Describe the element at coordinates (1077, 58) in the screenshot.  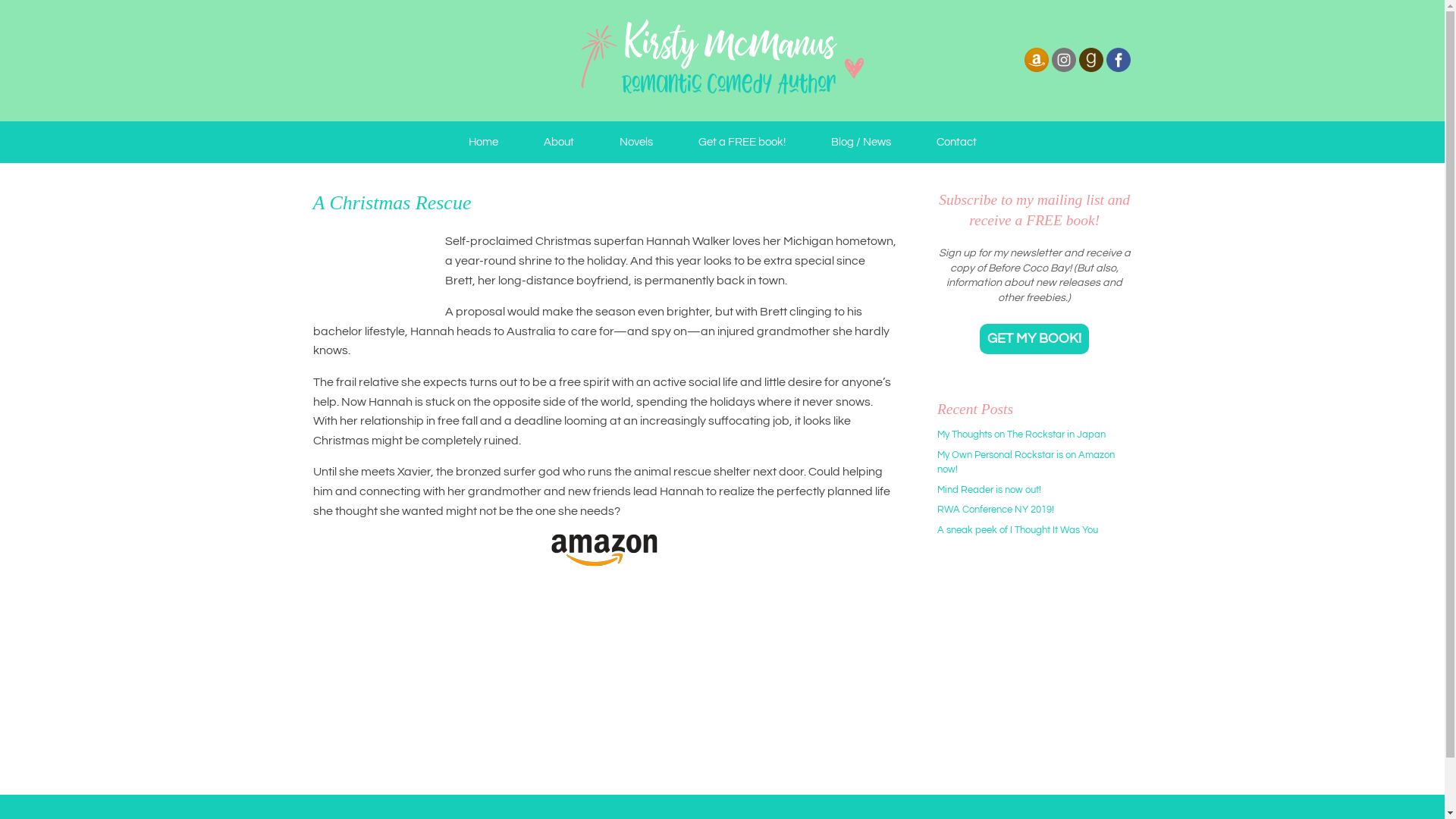
I see `'Goodreads'` at that location.